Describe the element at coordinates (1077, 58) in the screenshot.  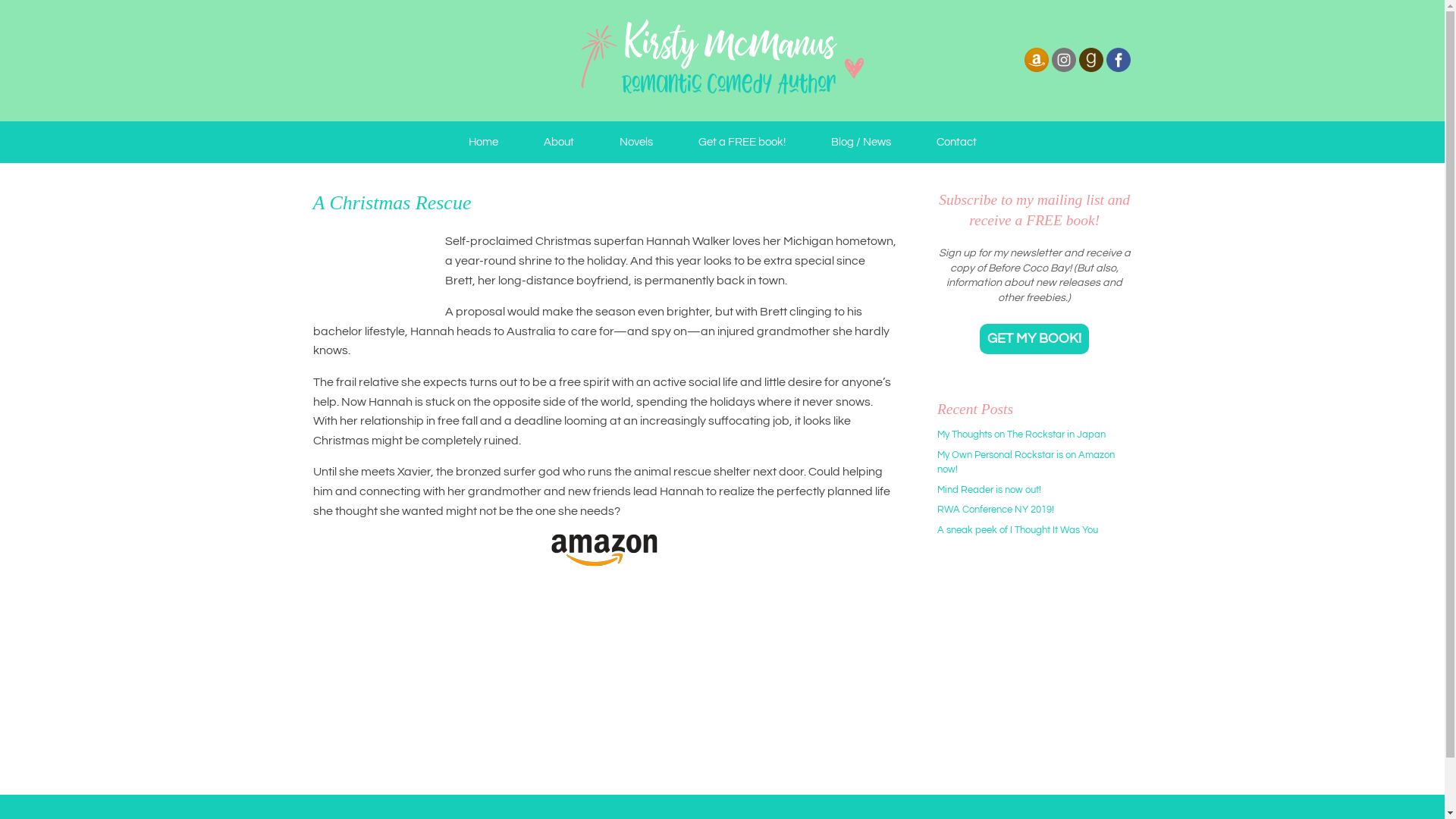
I see `'Goodreads'` at that location.